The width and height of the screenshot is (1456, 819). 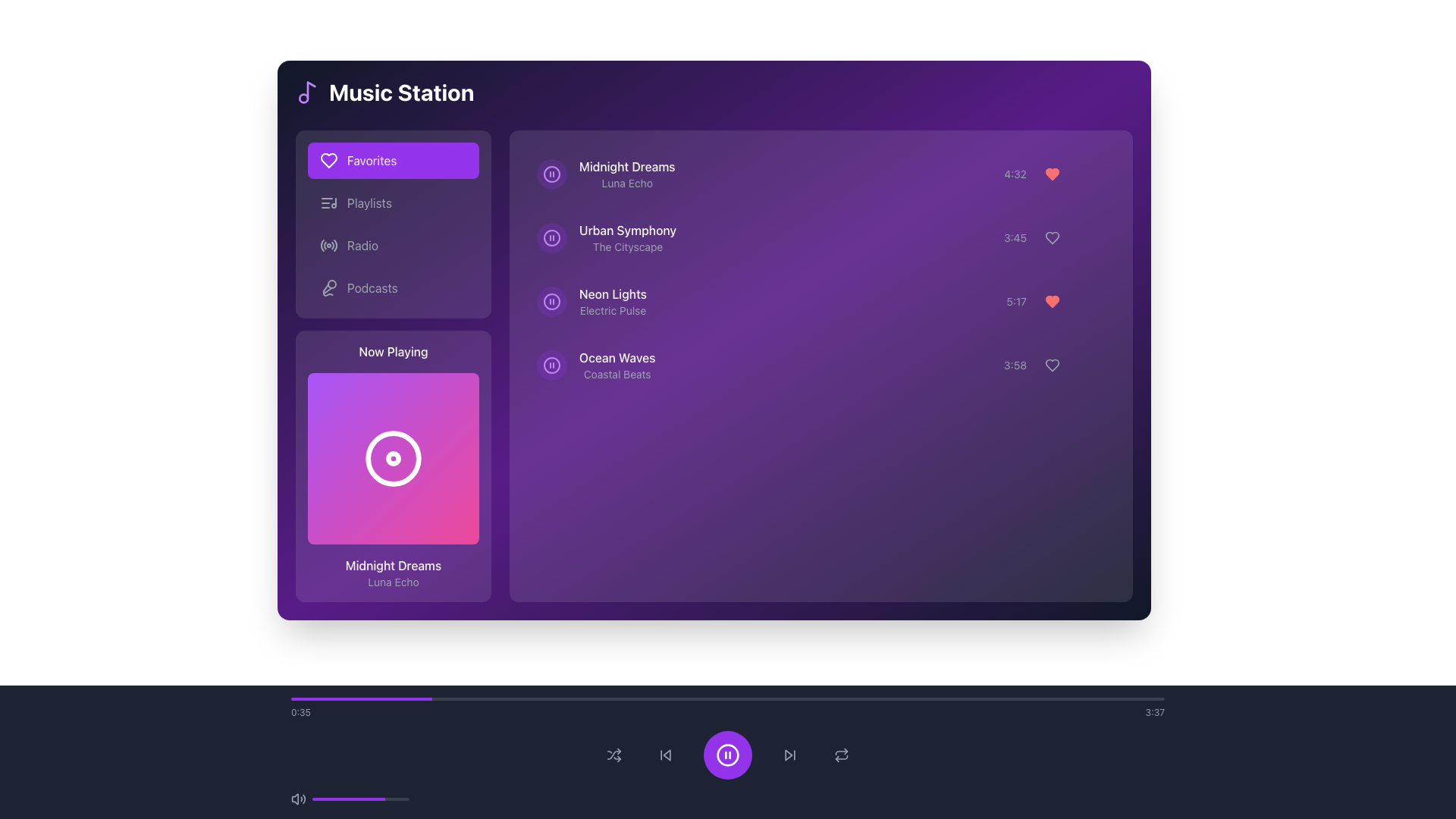 I want to click on the fourth heart-shaped icon located to the right of the 'Ocean Waves' text and its track duration '3:58' to favorite or unfavorite the song, so click(x=1051, y=366).